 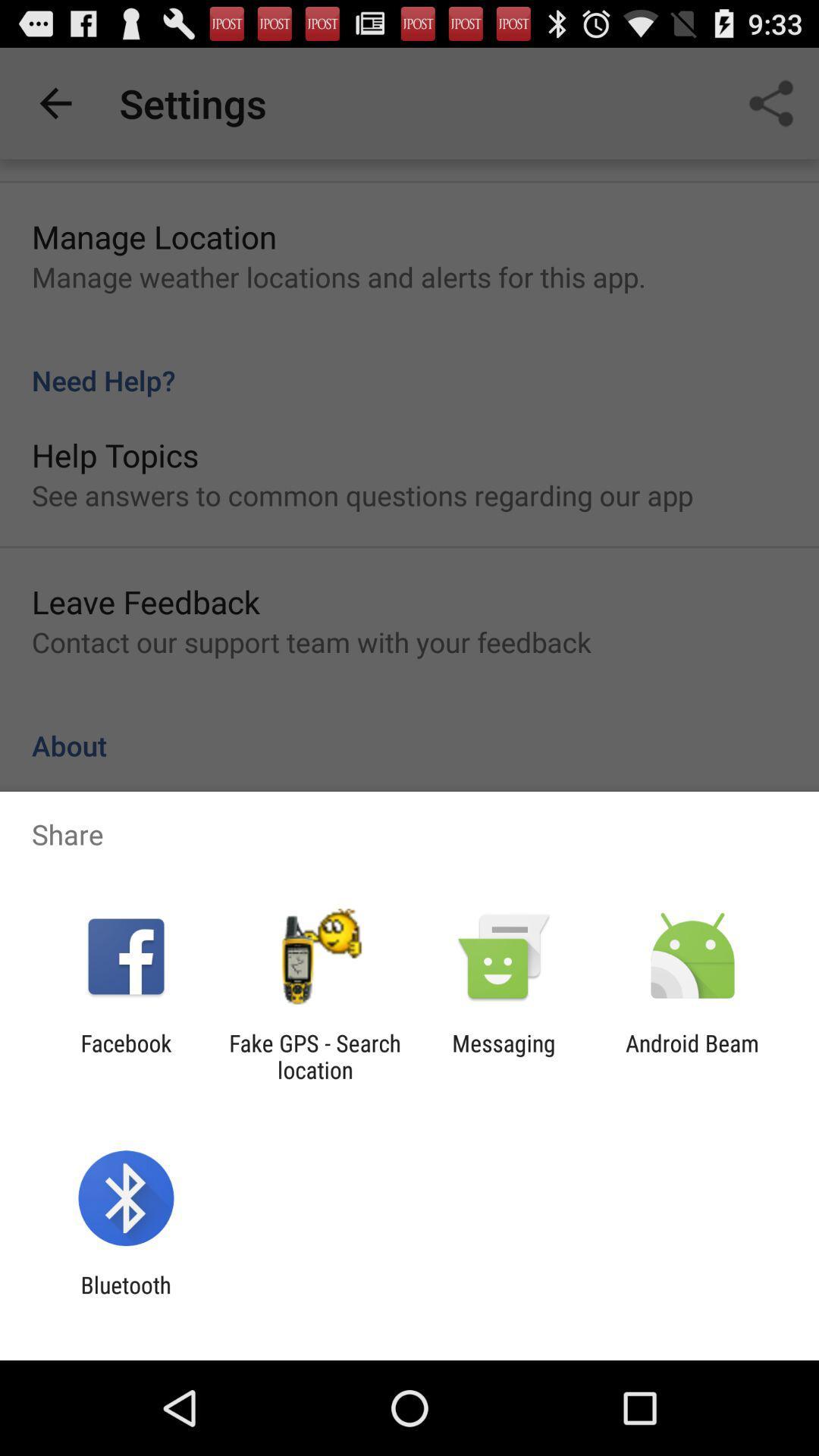 I want to click on icon next to the fake gps search, so click(x=125, y=1056).